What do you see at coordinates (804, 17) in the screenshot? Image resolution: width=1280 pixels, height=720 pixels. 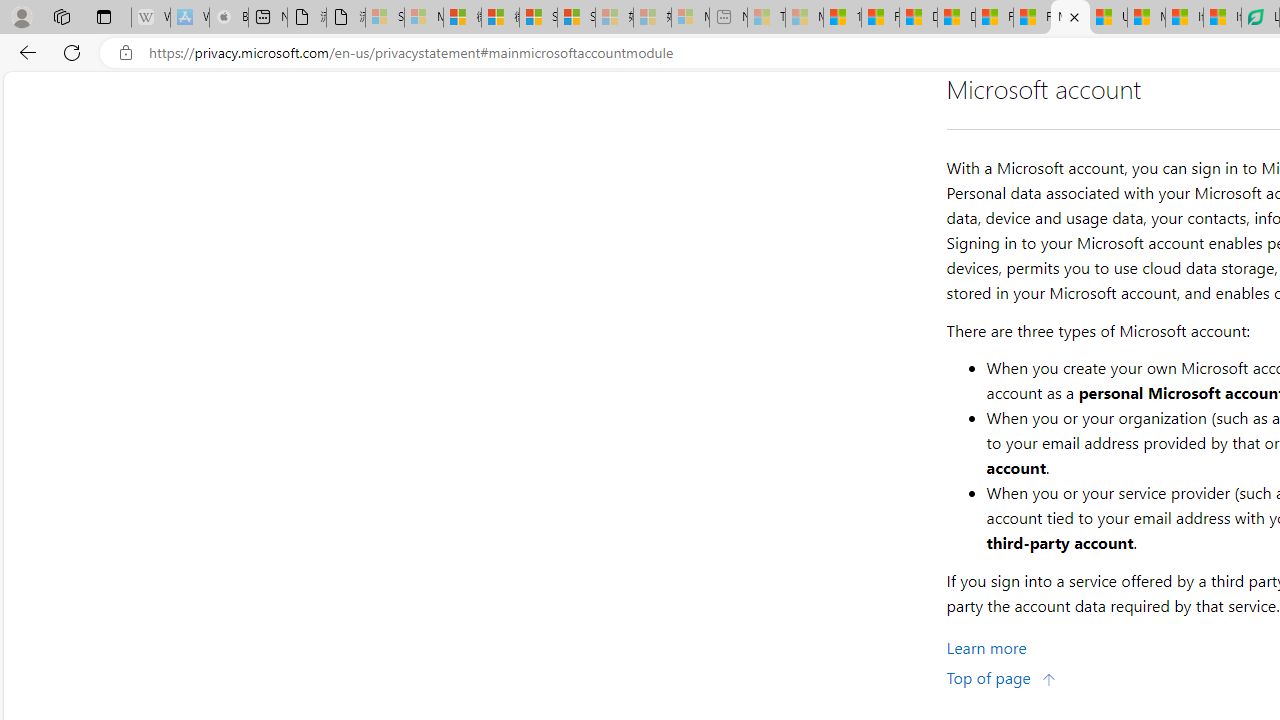 I see `'Marine life - MSN - Sleeping'` at bounding box center [804, 17].